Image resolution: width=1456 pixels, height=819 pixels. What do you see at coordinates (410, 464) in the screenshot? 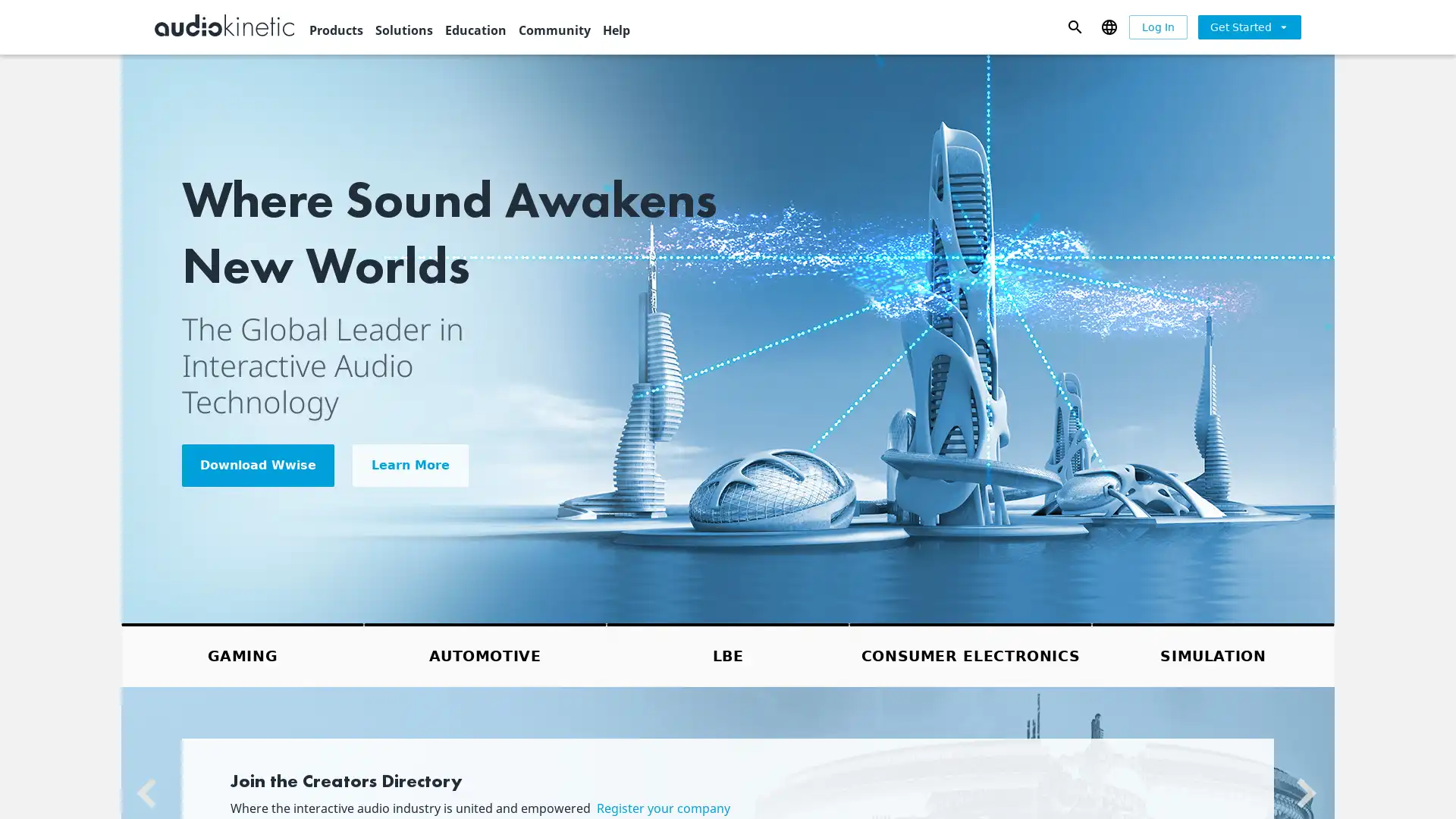
I see `Learn More` at bounding box center [410, 464].